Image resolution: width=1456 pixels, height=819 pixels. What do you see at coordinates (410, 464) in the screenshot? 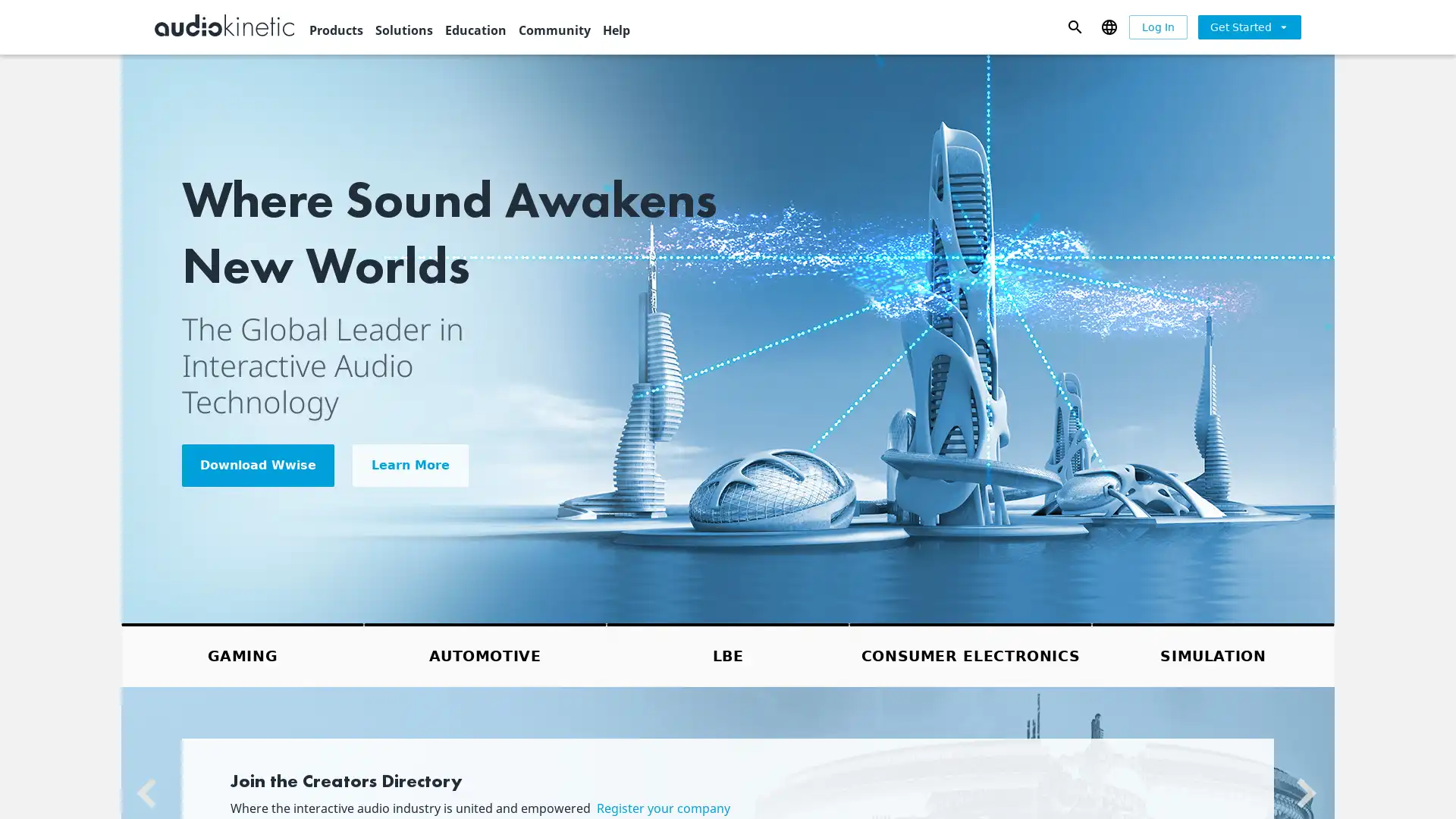
I see `Learn More` at bounding box center [410, 464].